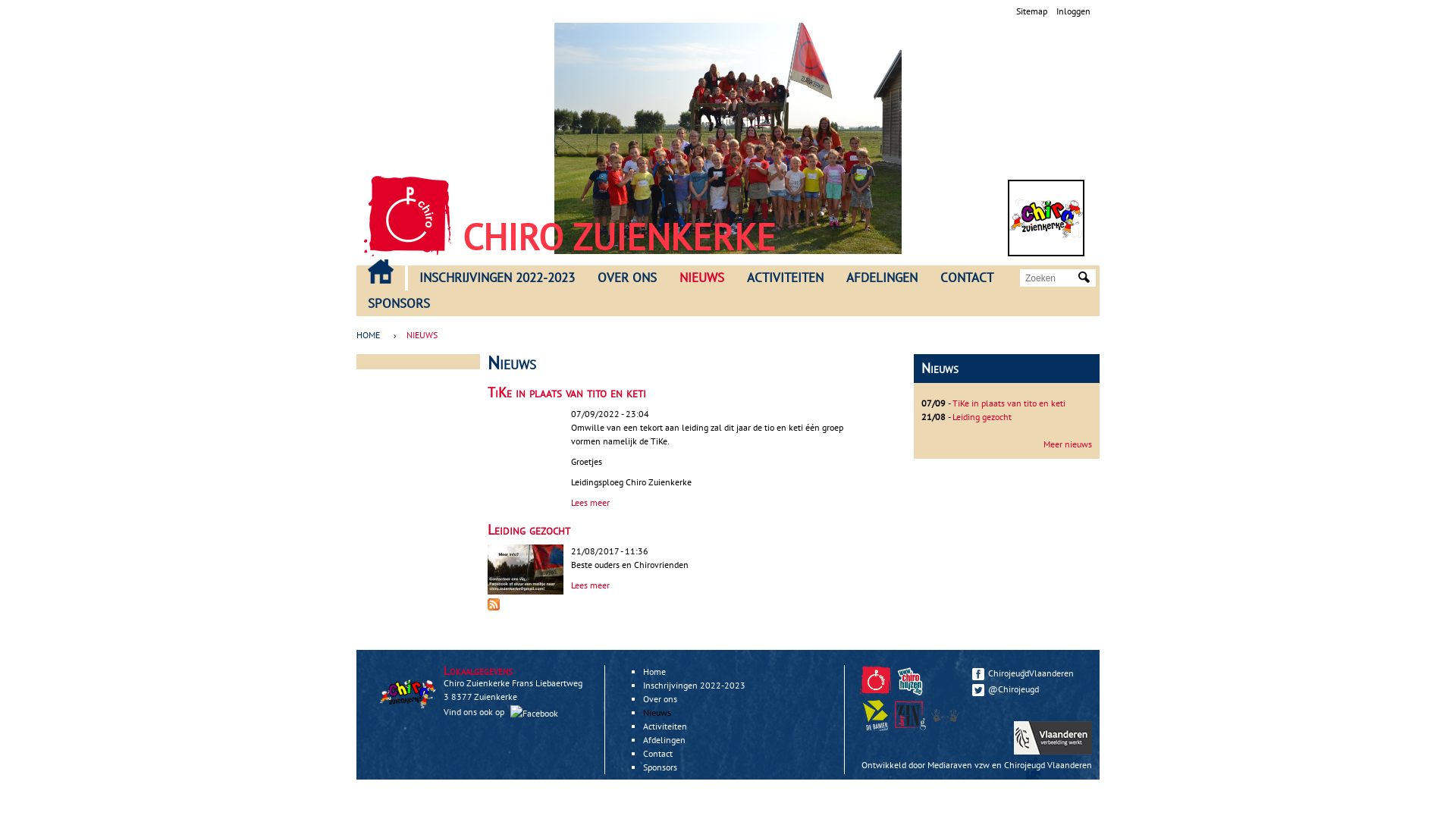  What do you see at coordinates (589, 584) in the screenshot?
I see `'Lees meer'` at bounding box center [589, 584].